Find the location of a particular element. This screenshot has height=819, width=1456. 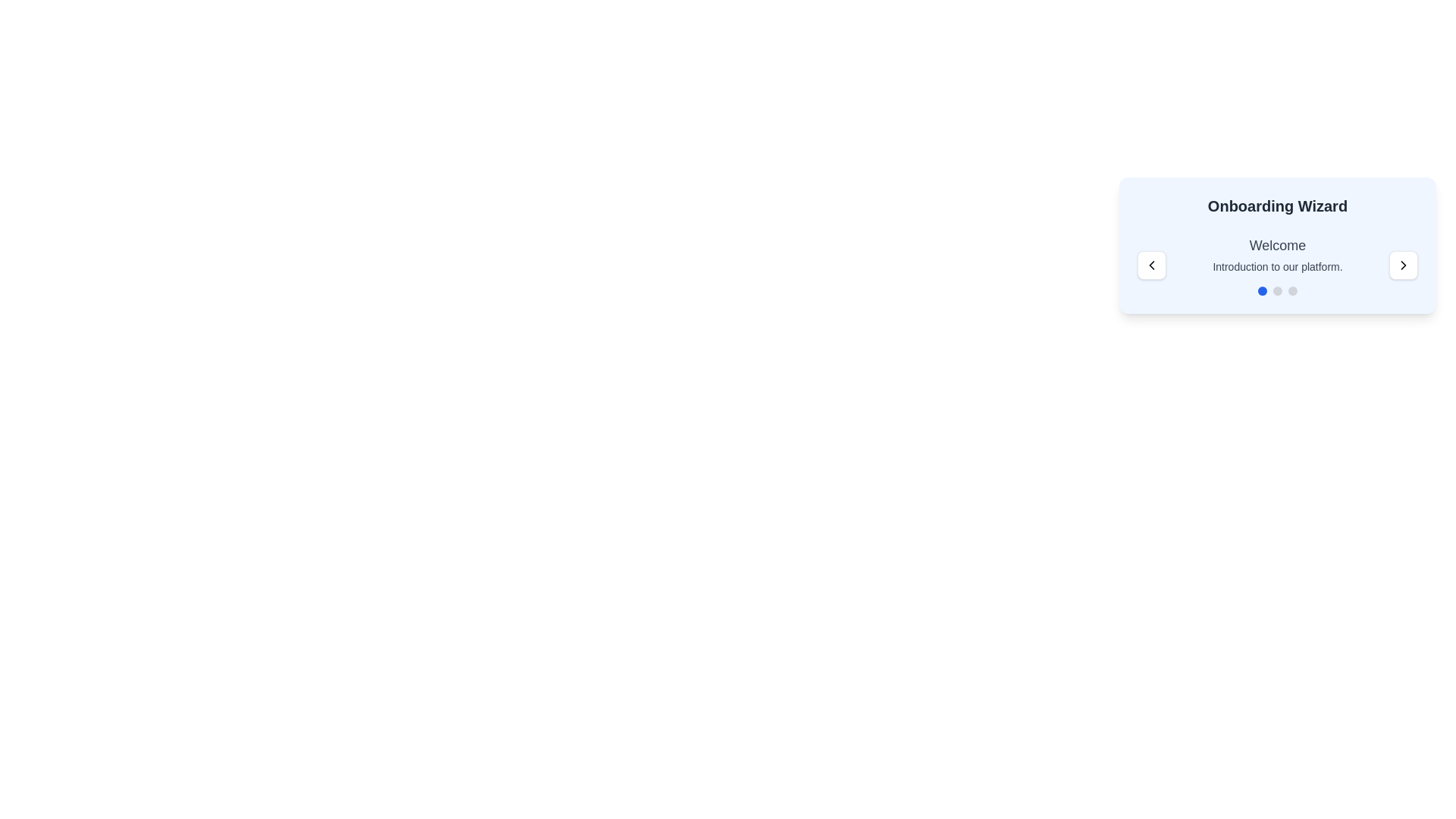

the chevron-left icon, which is a minimal black SVG graphic located within a button on the left side of the 'Onboarding Wizard' panel is located at coordinates (1151, 265).